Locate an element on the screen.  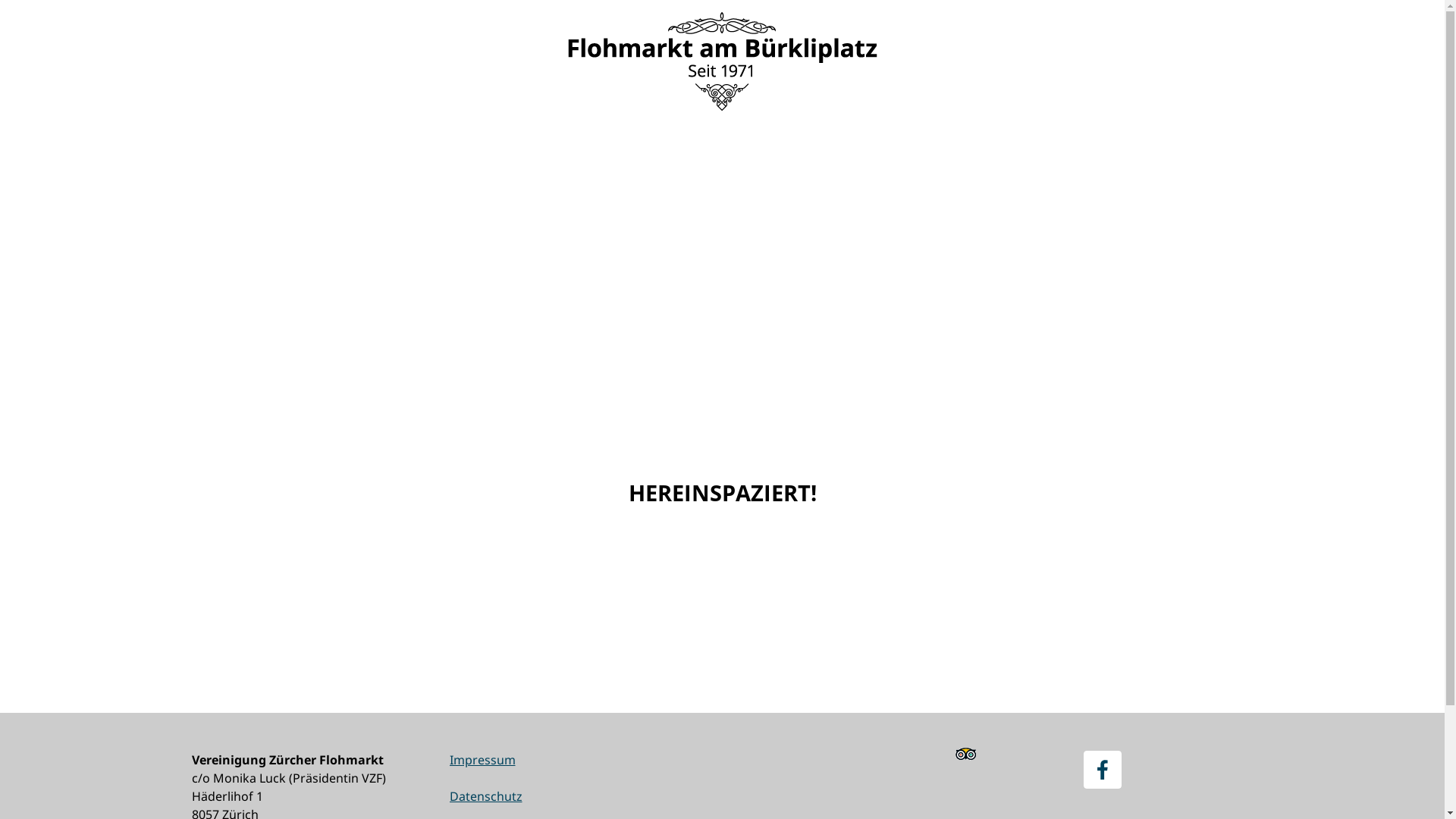
'Datenschutz' is located at coordinates (484, 795).